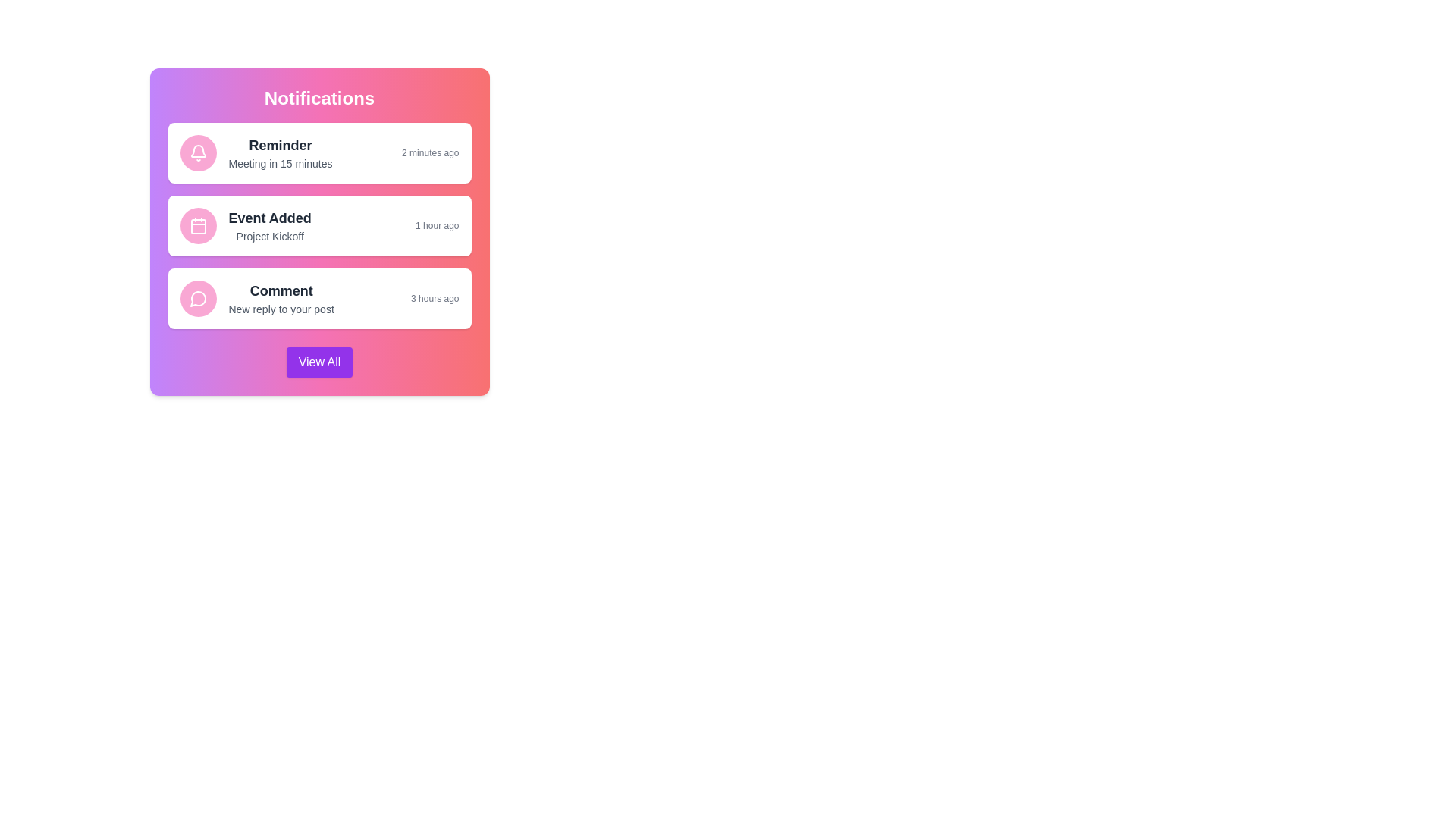 This screenshot has width=1456, height=819. I want to click on the notification item corresponding to Comment to highlight it, so click(318, 298).